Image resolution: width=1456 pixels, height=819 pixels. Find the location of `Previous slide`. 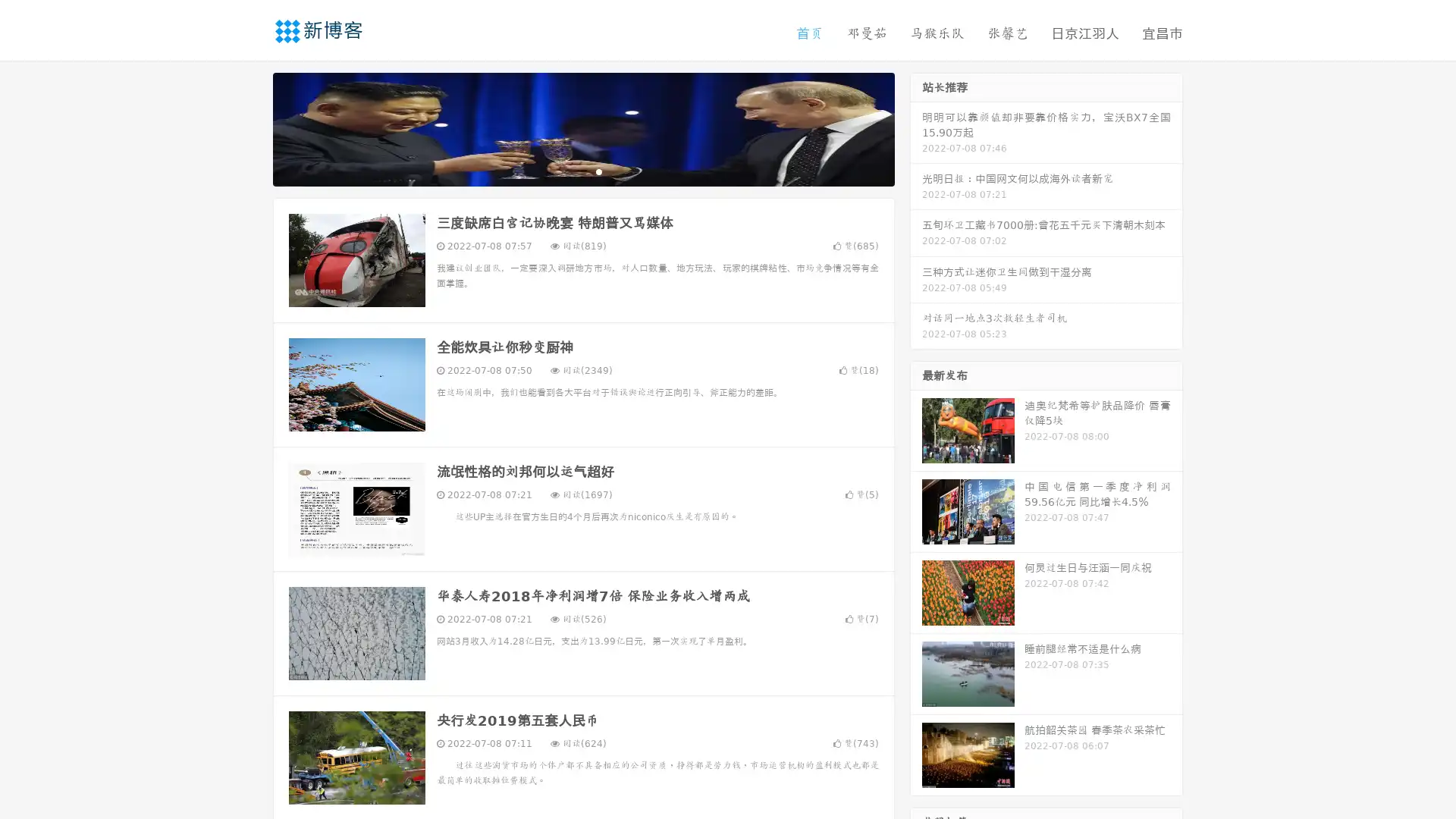

Previous slide is located at coordinates (250, 127).